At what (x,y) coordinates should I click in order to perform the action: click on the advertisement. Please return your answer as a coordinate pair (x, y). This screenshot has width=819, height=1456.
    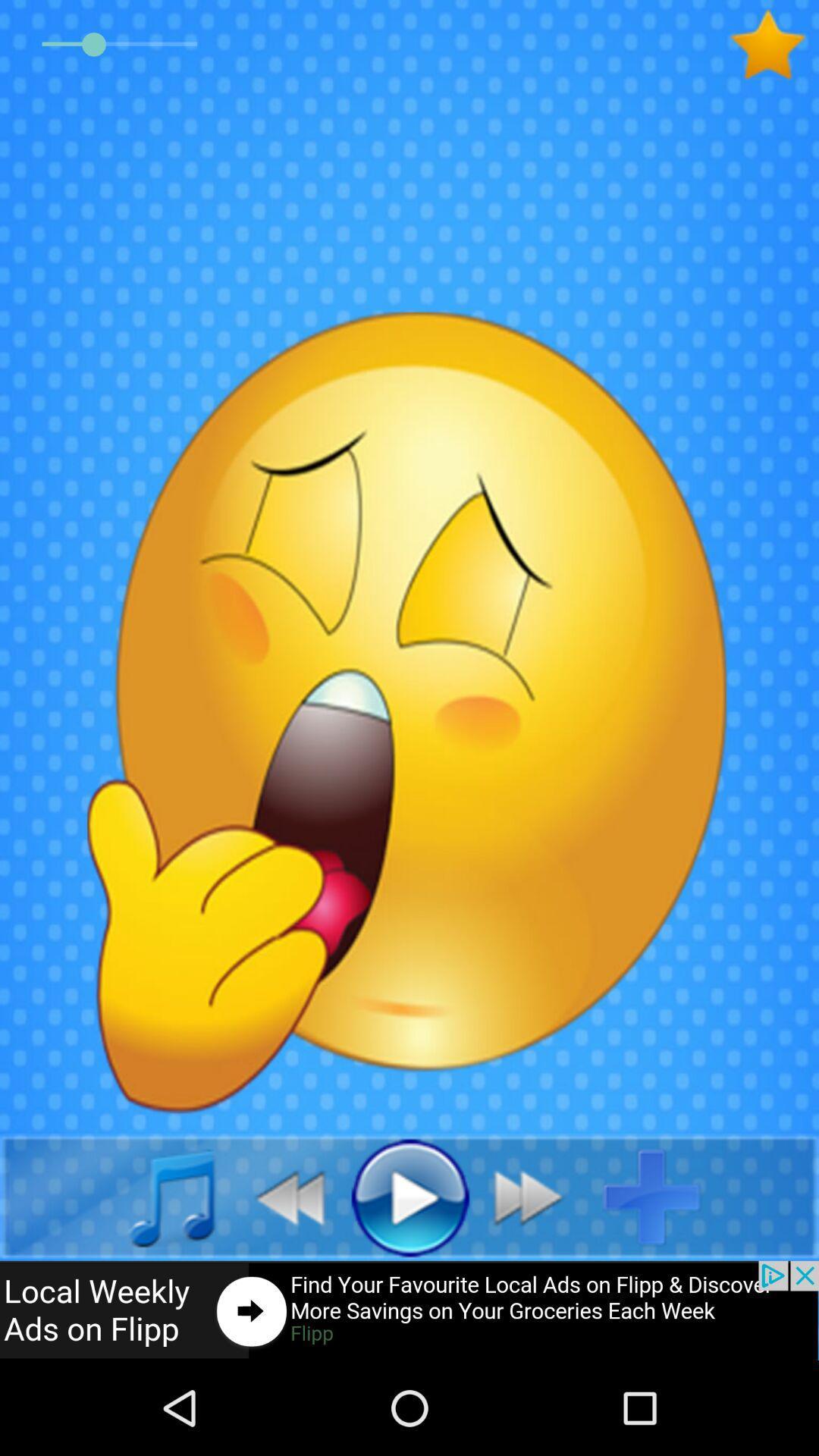
    Looking at the image, I should click on (409, 1310).